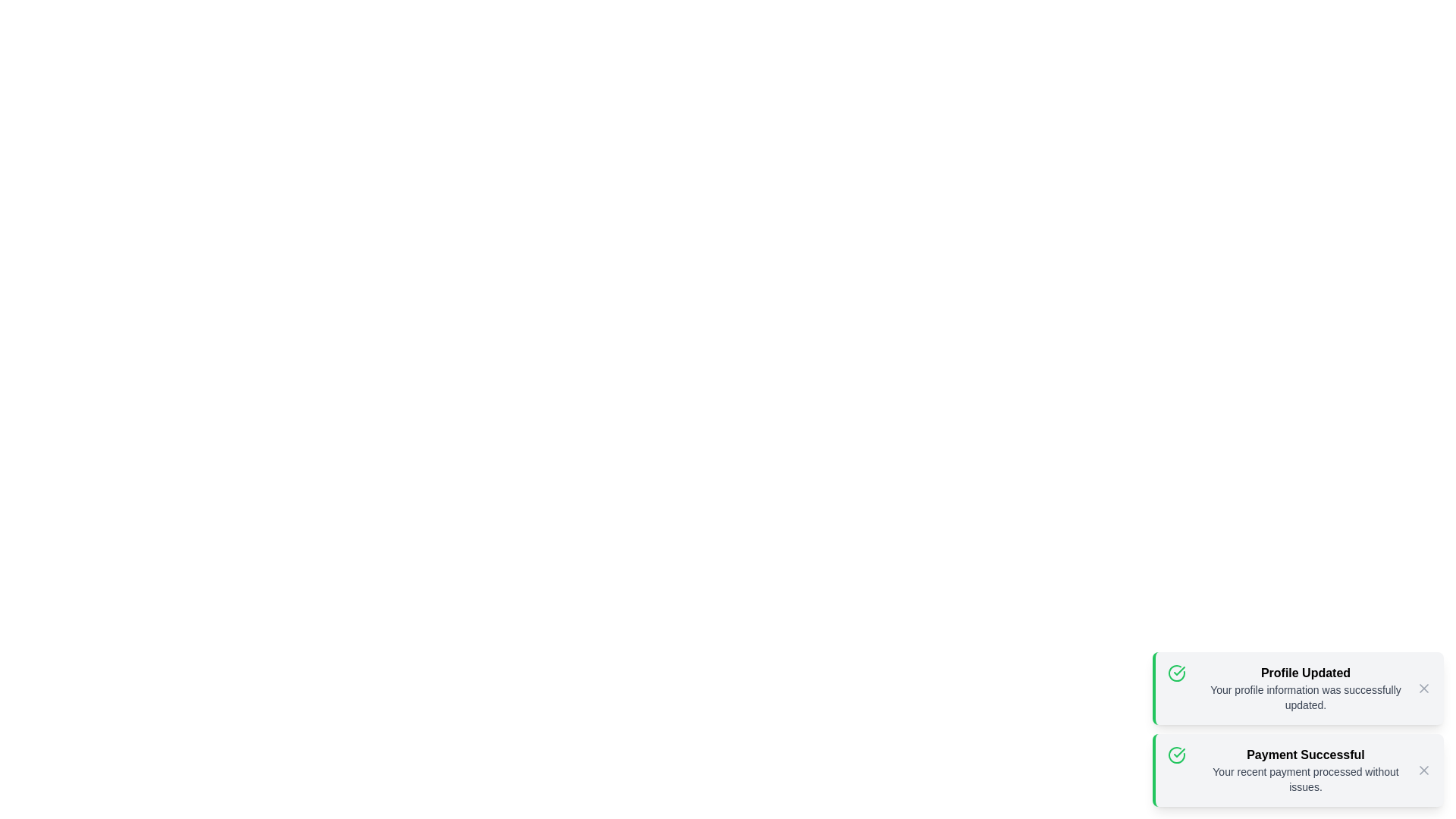 This screenshot has height=819, width=1456. Describe the element at coordinates (1423, 688) in the screenshot. I see `the close button of the notification with title Profile Updated` at that location.